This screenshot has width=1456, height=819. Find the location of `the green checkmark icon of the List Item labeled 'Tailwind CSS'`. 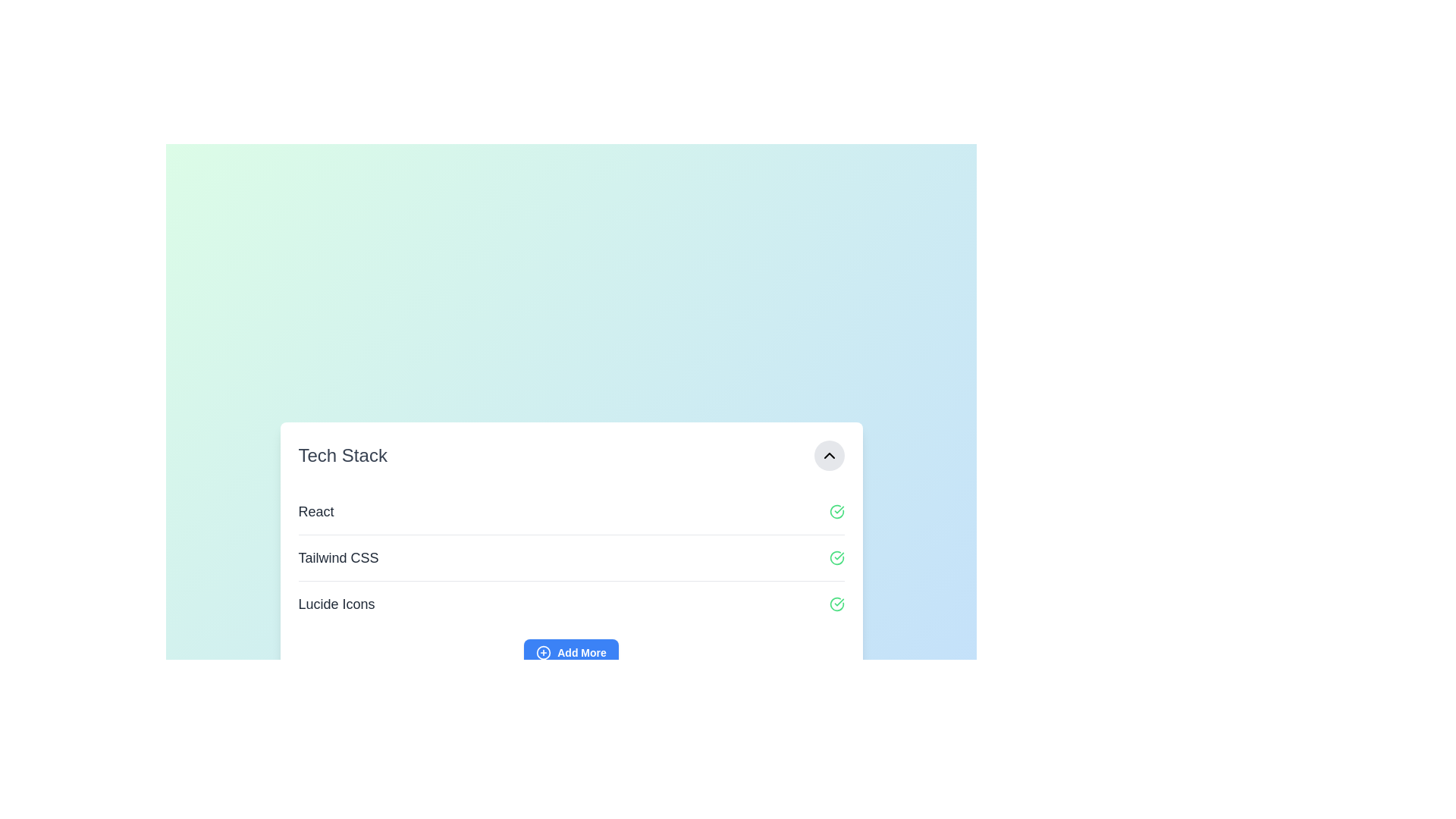

the green checkmark icon of the List Item labeled 'Tailwind CSS' is located at coordinates (570, 557).